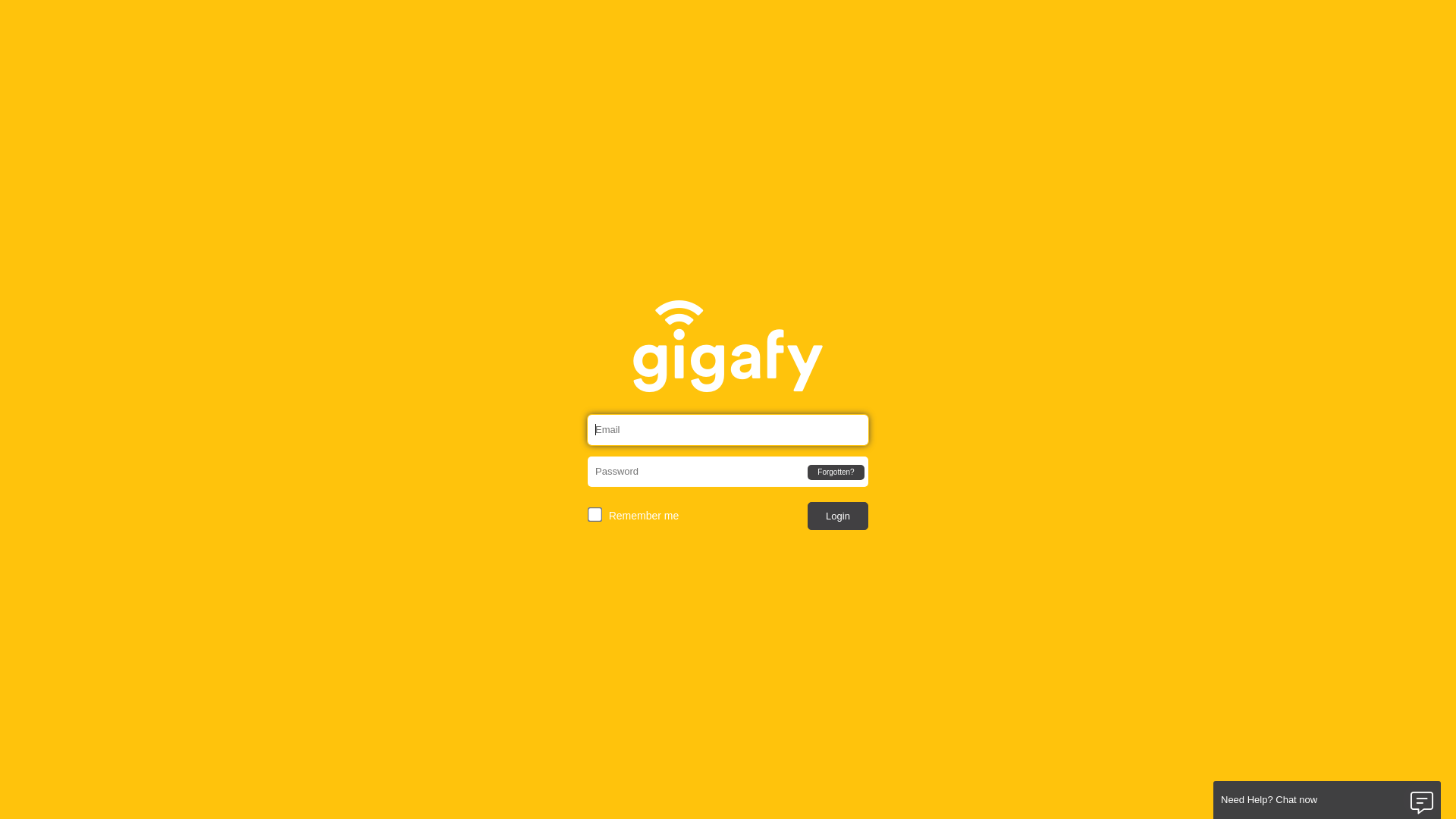  What do you see at coordinates (836, 515) in the screenshot?
I see `'Login'` at bounding box center [836, 515].